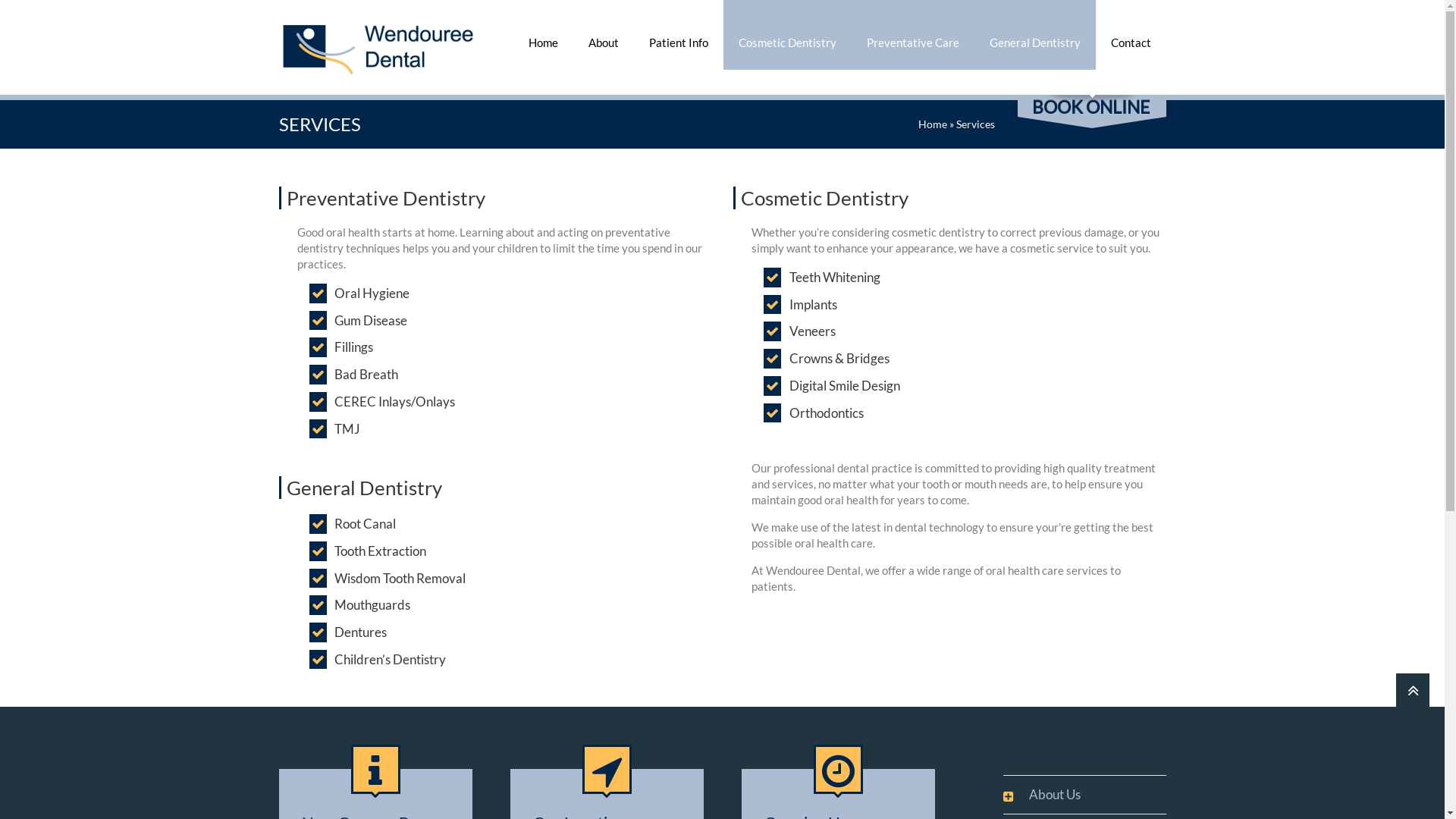 This screenshot has width=1456, height=819. Describe the element at coordinates (372, 293) in the screenshot. I see `'Oral Hygiene'` at that location.